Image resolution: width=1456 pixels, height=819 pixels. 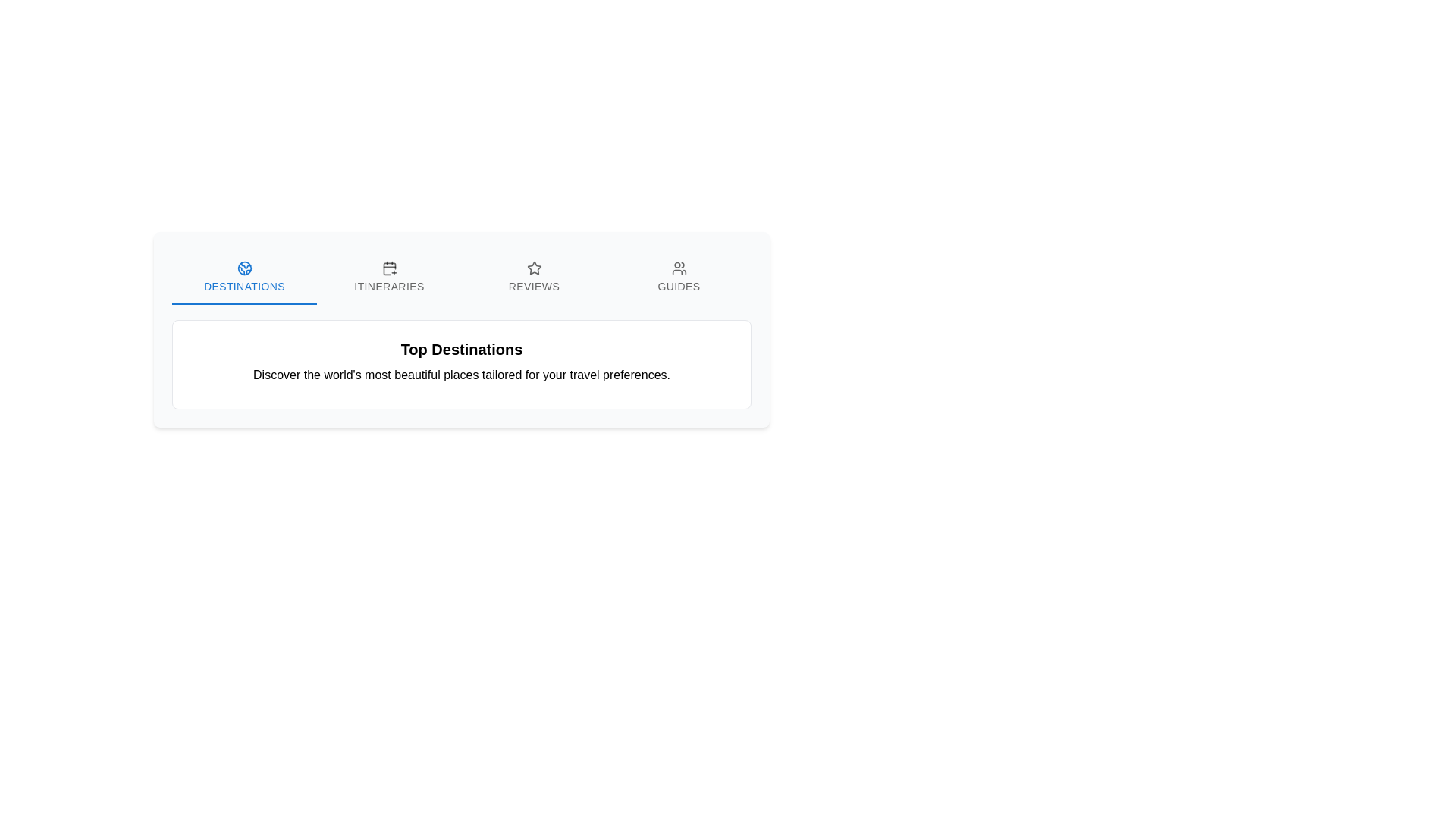 I want to click on the informational section that provides content about travel destinations, centrally aligned below the navigation bar, so click(x=461, y=329).